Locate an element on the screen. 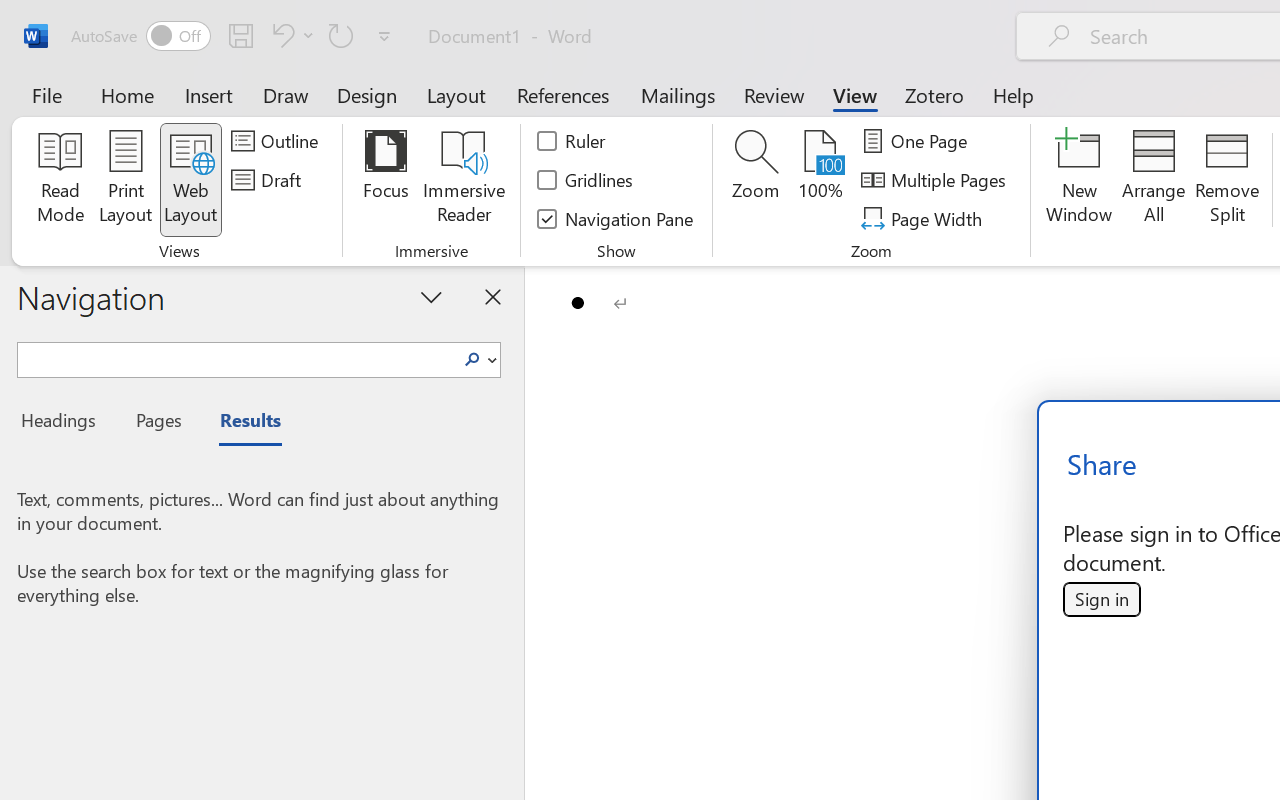  'Arrange All' is located at coordinates (1153, 179).